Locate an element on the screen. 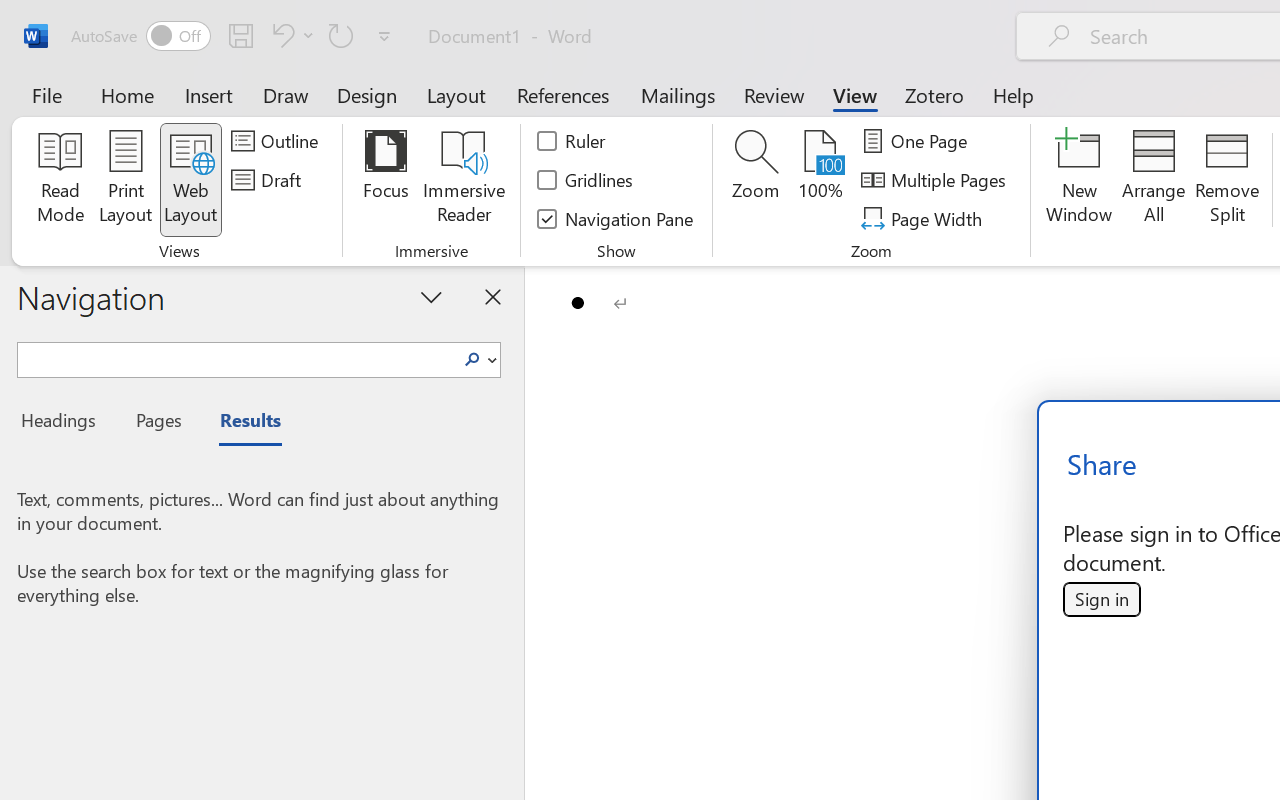  'Arrange All' is located at coordinates (1153, 179).